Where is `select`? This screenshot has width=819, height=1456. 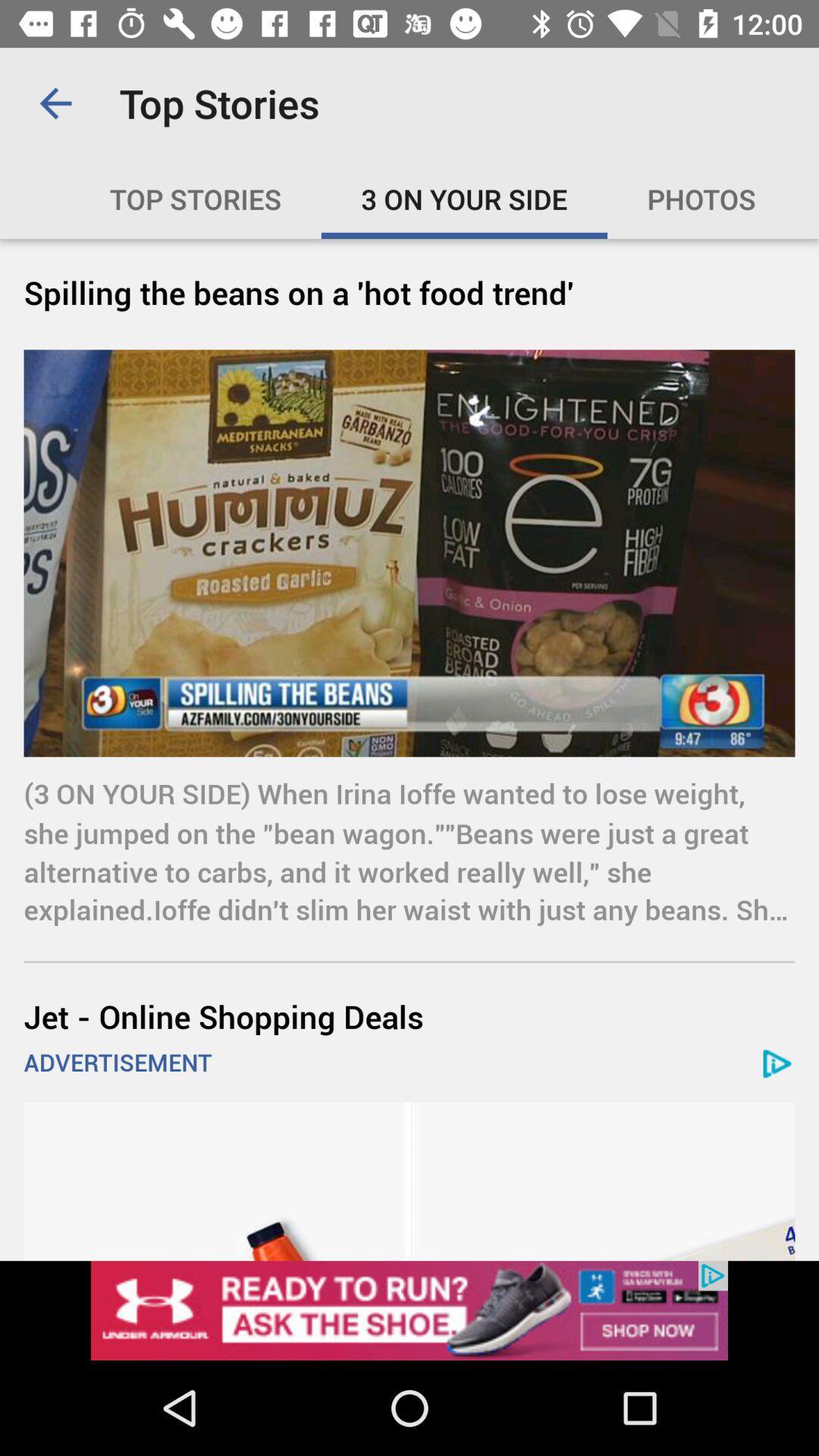
select is located at coordinates (409, 1310).